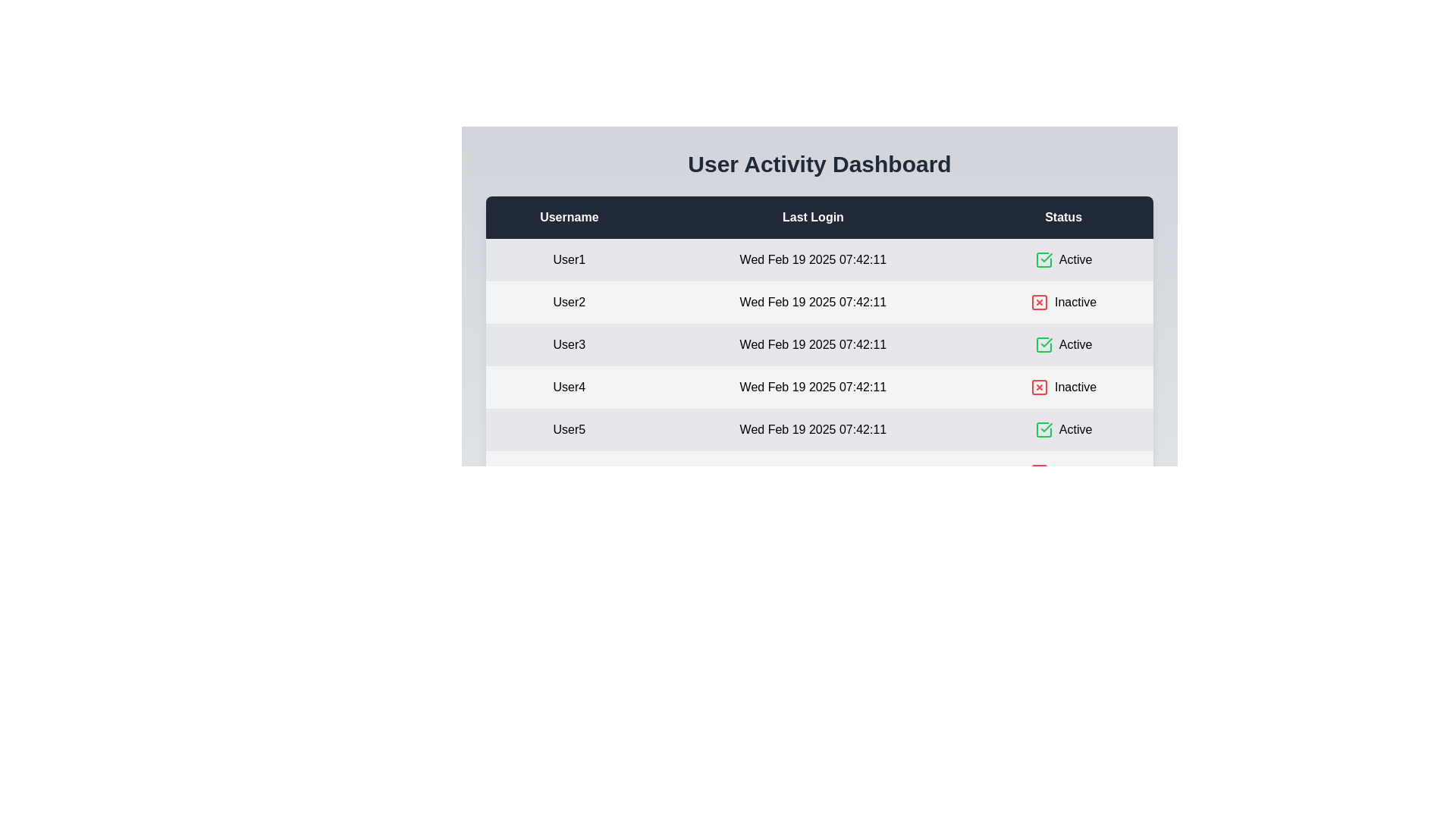 The height and width of the screenshot is (819, 1456). Describe the element at coordinates (1039, 302) in the screenshot. I see `the status icon for user User2` at that location.